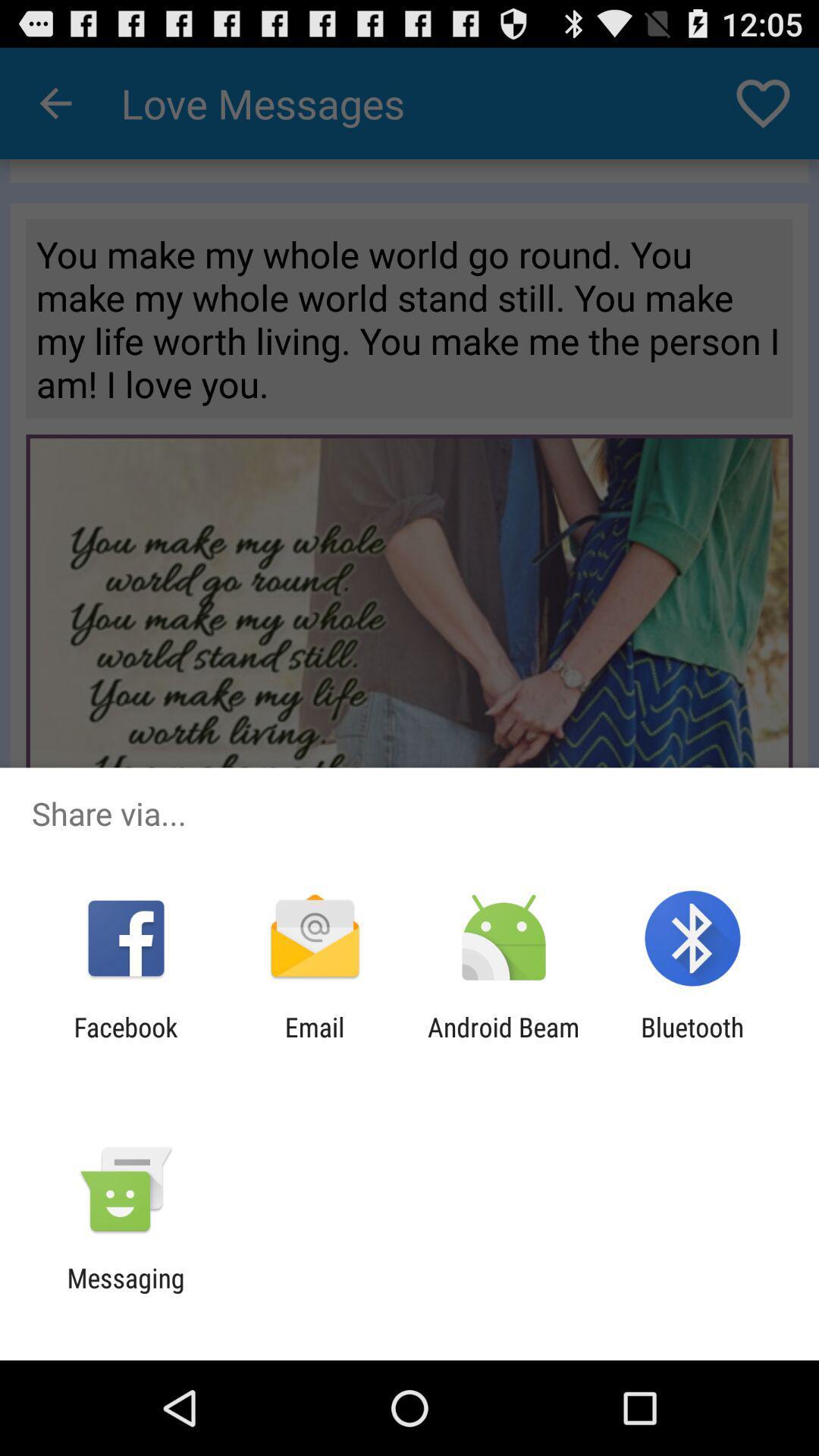 The height and width of the screenshot is (1456, 819). I want to click on android beam item, so click(504, 1042).